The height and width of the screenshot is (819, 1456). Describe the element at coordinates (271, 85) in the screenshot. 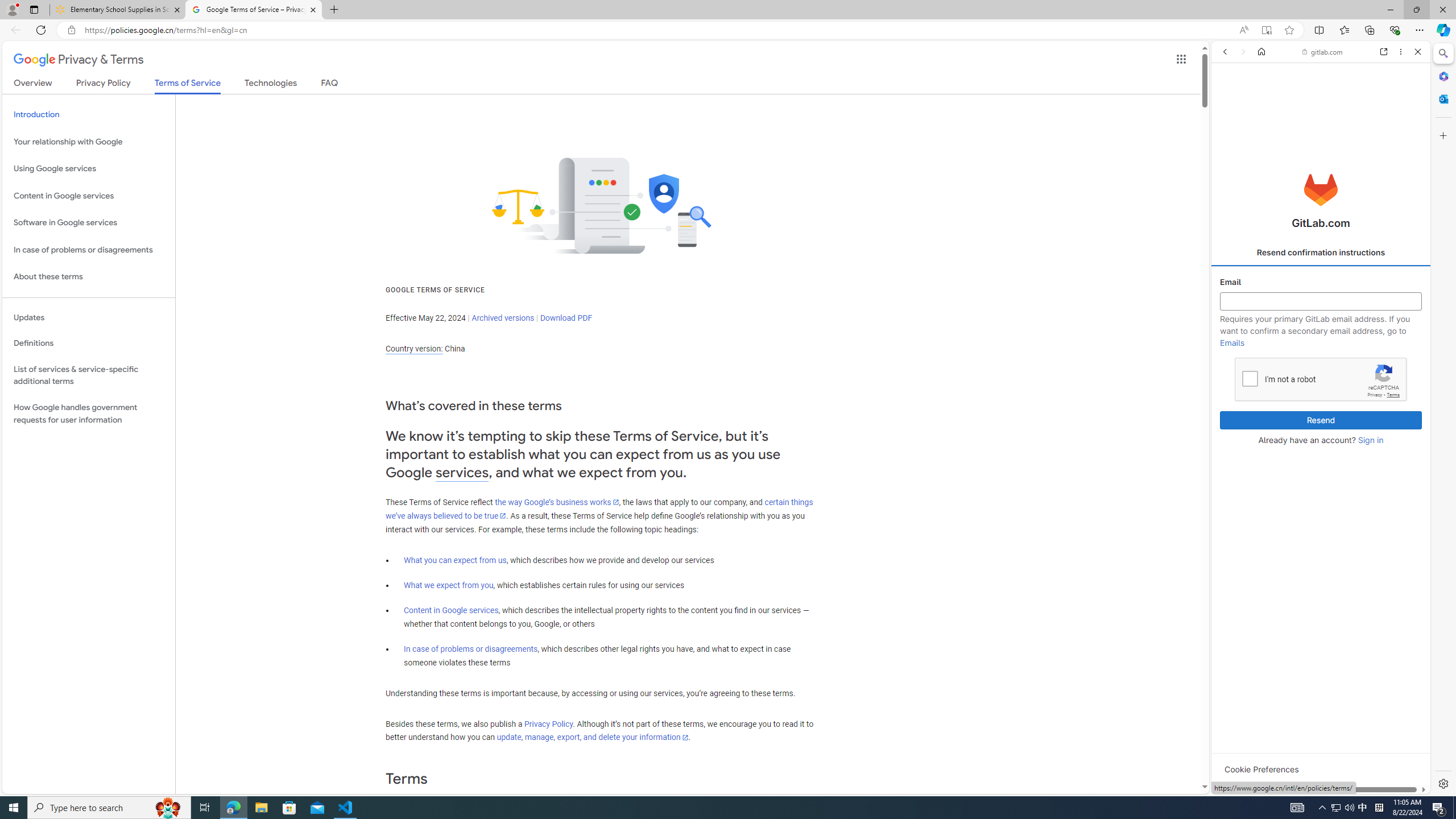

I see `'Technologies'` at that location.